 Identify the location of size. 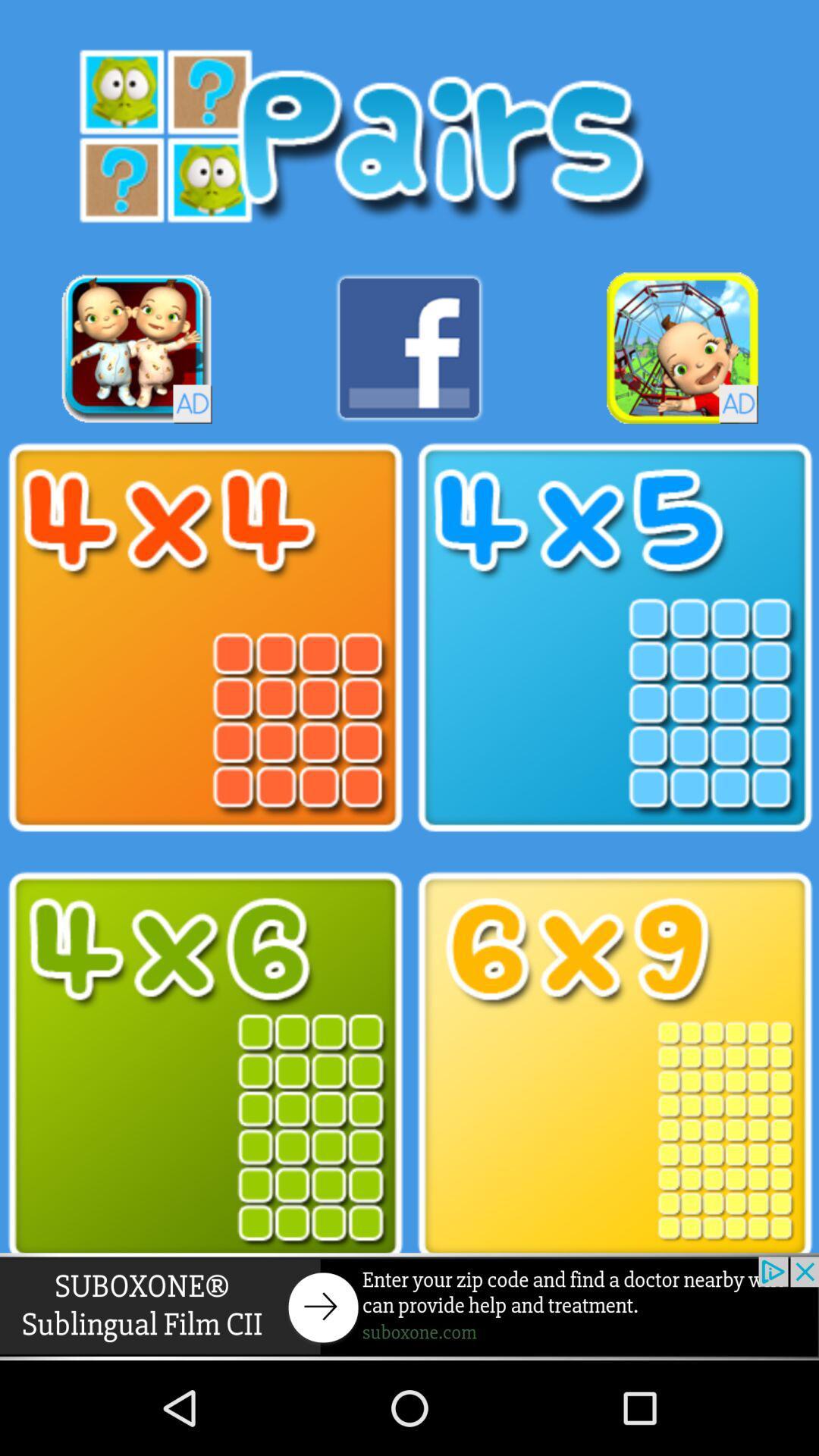
(614, 1065).